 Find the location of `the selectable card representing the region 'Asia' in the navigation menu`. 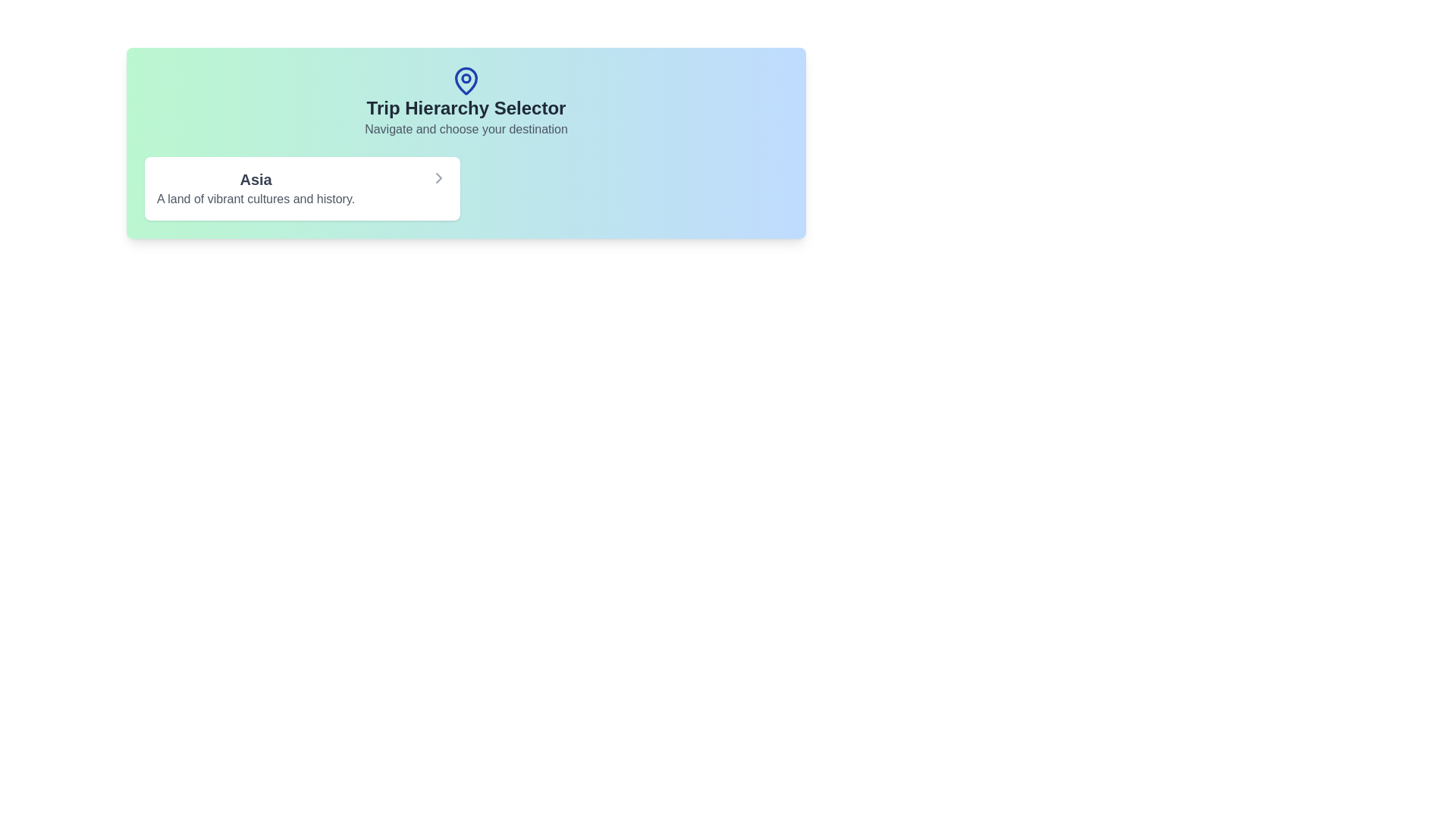

the selectable card representing the region 'Asia' in the navigation menu is located at coordinates (302, 188).